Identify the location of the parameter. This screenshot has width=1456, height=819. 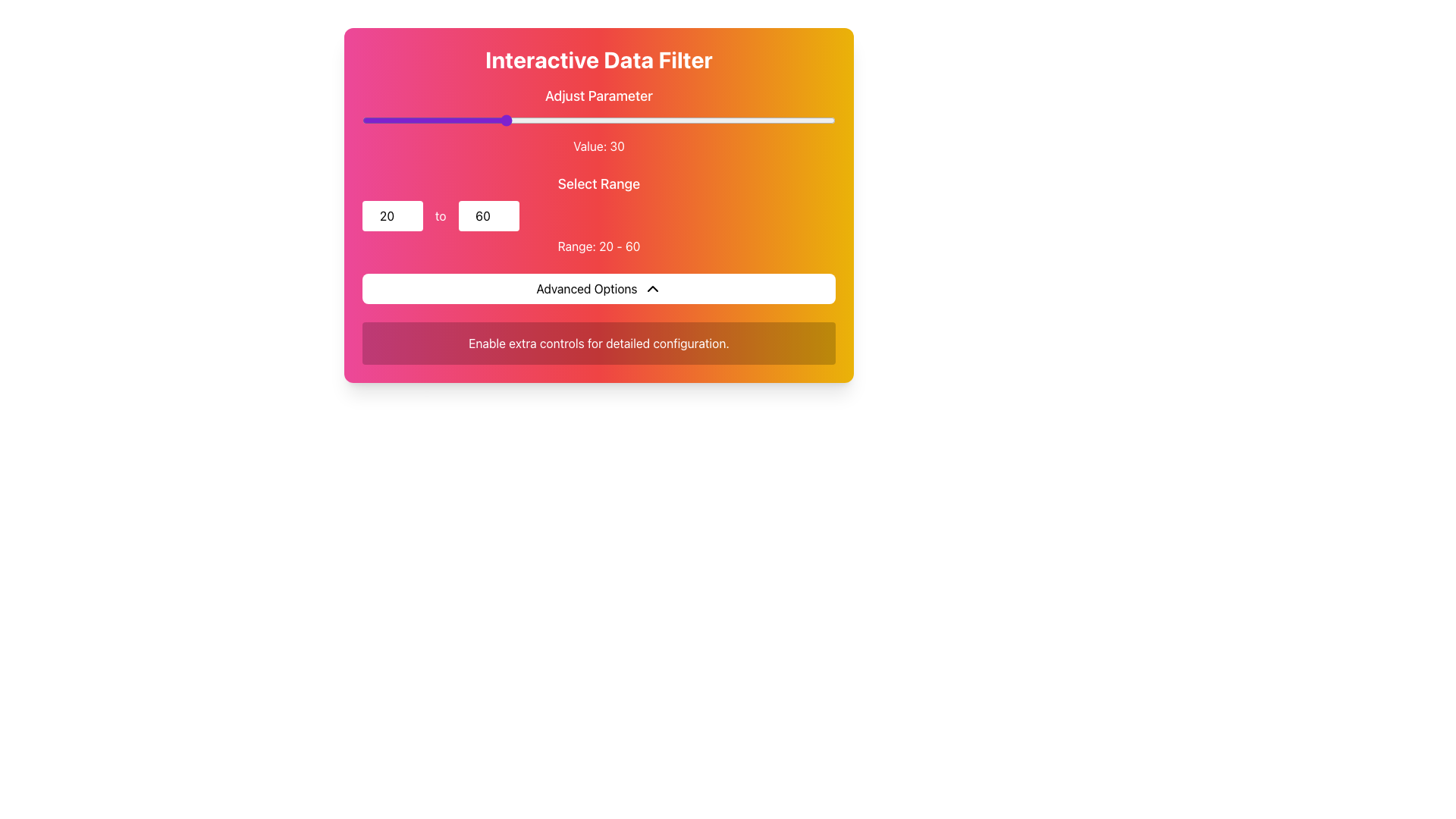
(711, 119).